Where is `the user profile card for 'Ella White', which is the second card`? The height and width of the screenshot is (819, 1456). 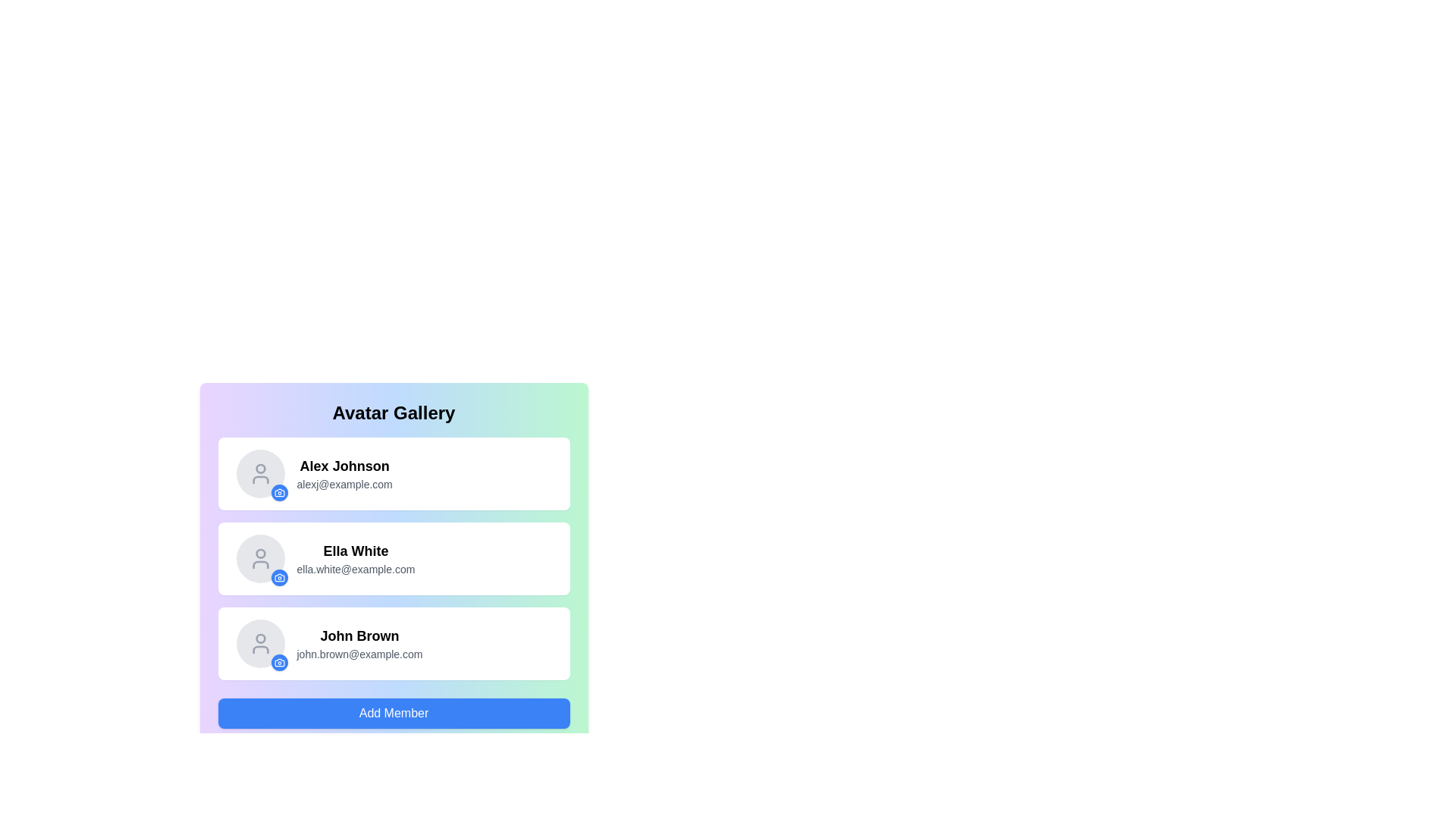 the user profile card for 'Ella White', which is the second card is located at coordinates (394, 558).